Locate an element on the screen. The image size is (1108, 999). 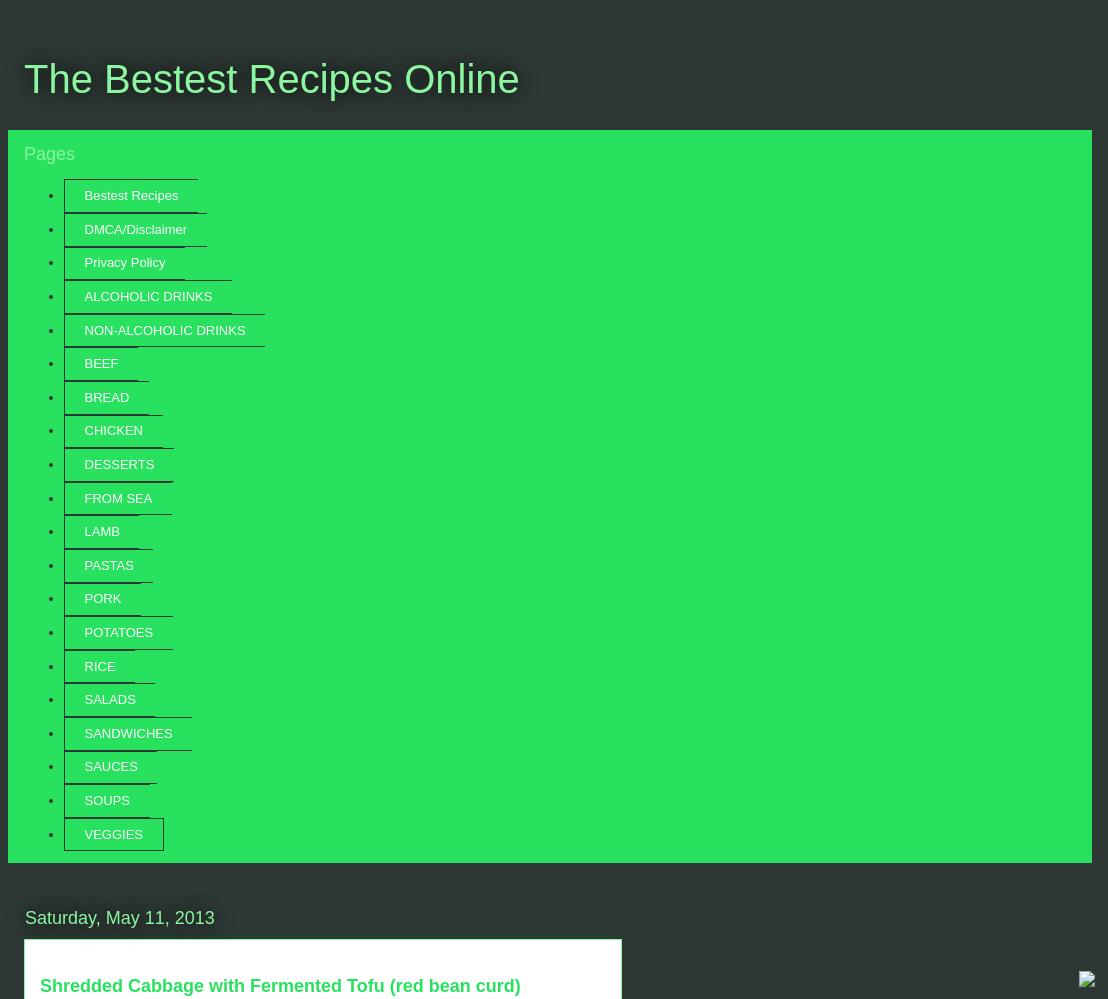
'The Bestest Recipes Online' is located at coordinates (270, 77).